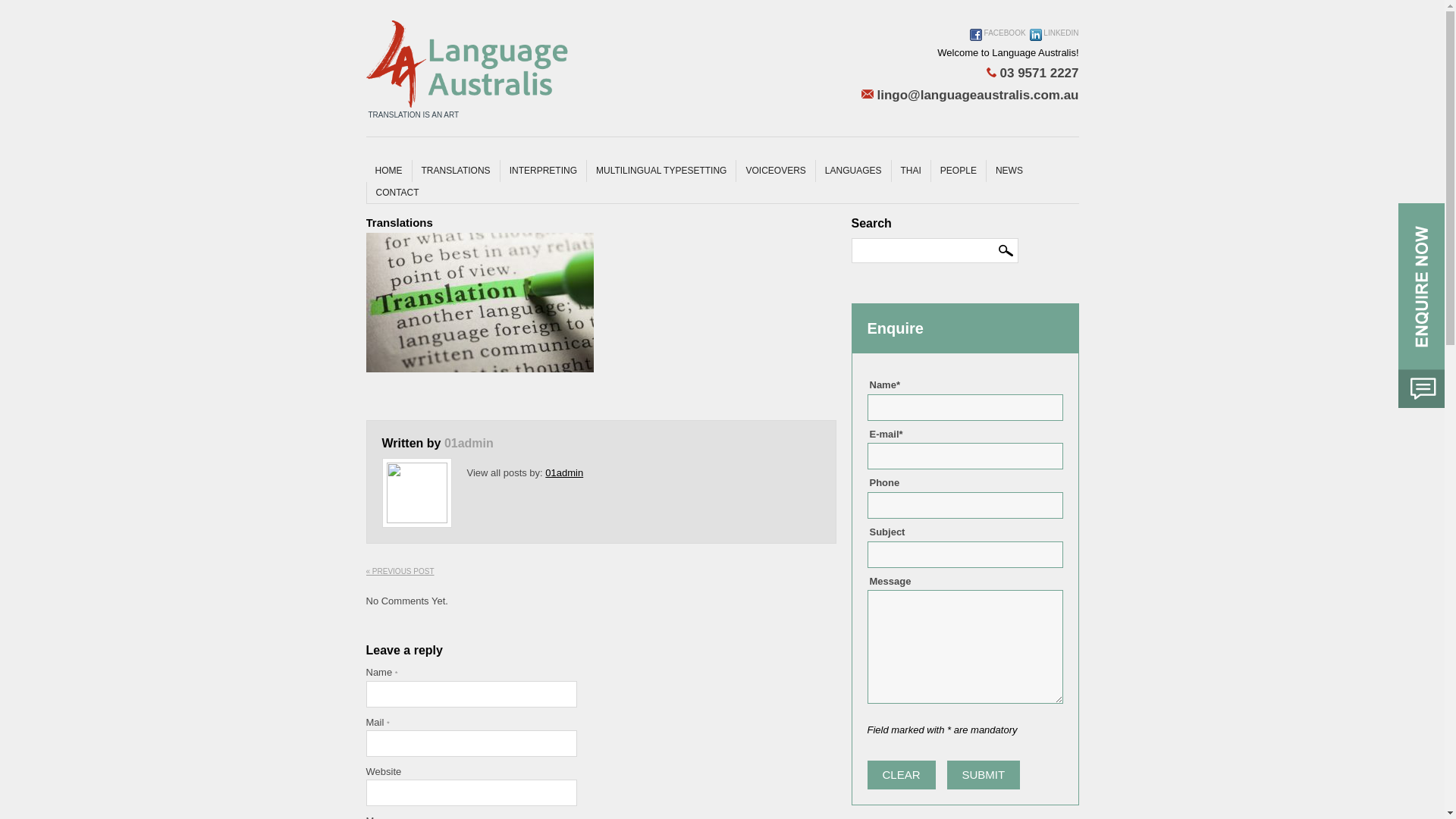 Image resolution: width=1456 pixels, height=819 pixels. What do you see at coordinates (388, 171) in the screenshot?
I see `'HOME'` at bounding box center [388, 171].